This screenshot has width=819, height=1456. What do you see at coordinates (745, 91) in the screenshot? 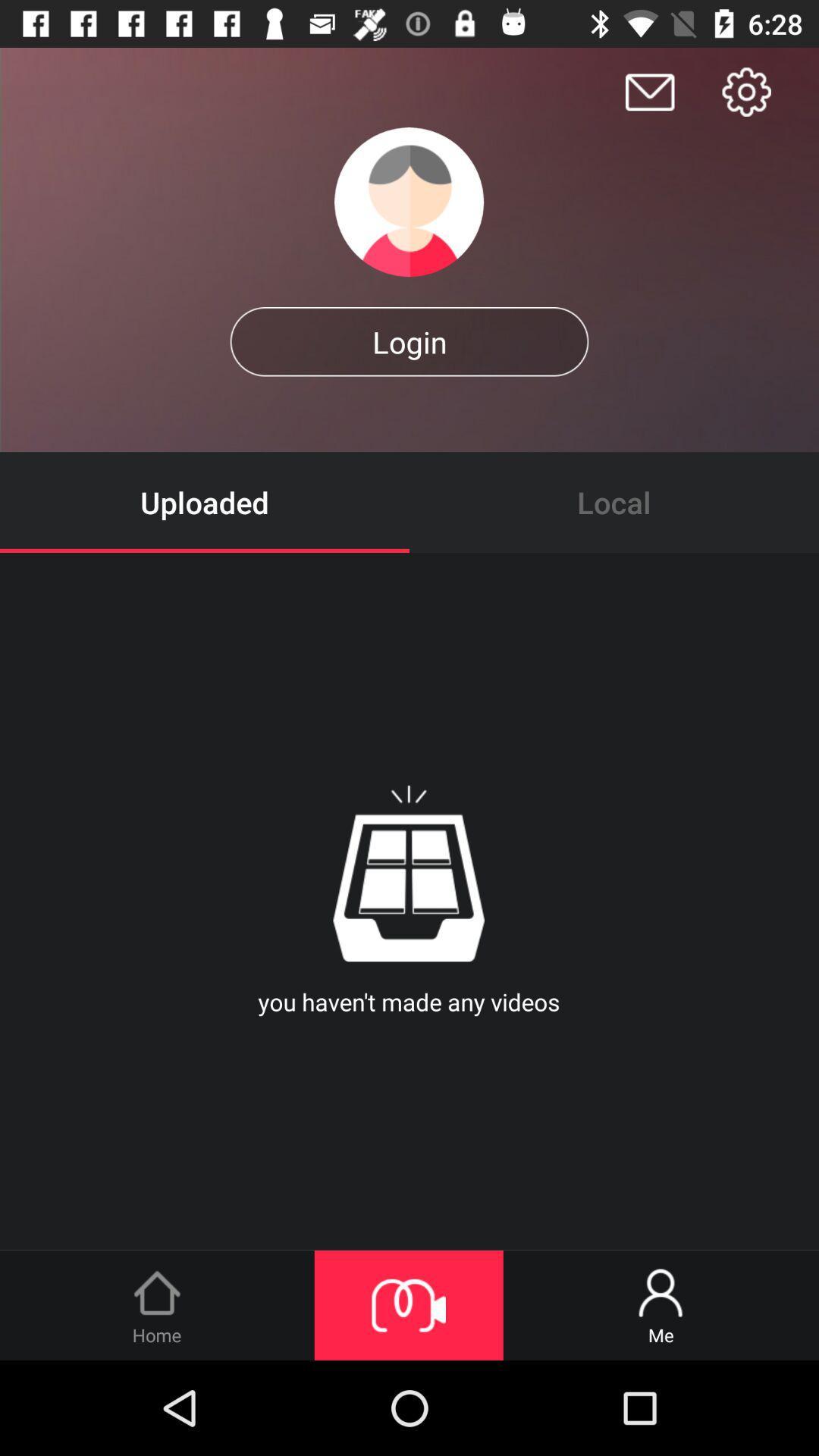
I see `settings for app` at bounding box center [745, 91].